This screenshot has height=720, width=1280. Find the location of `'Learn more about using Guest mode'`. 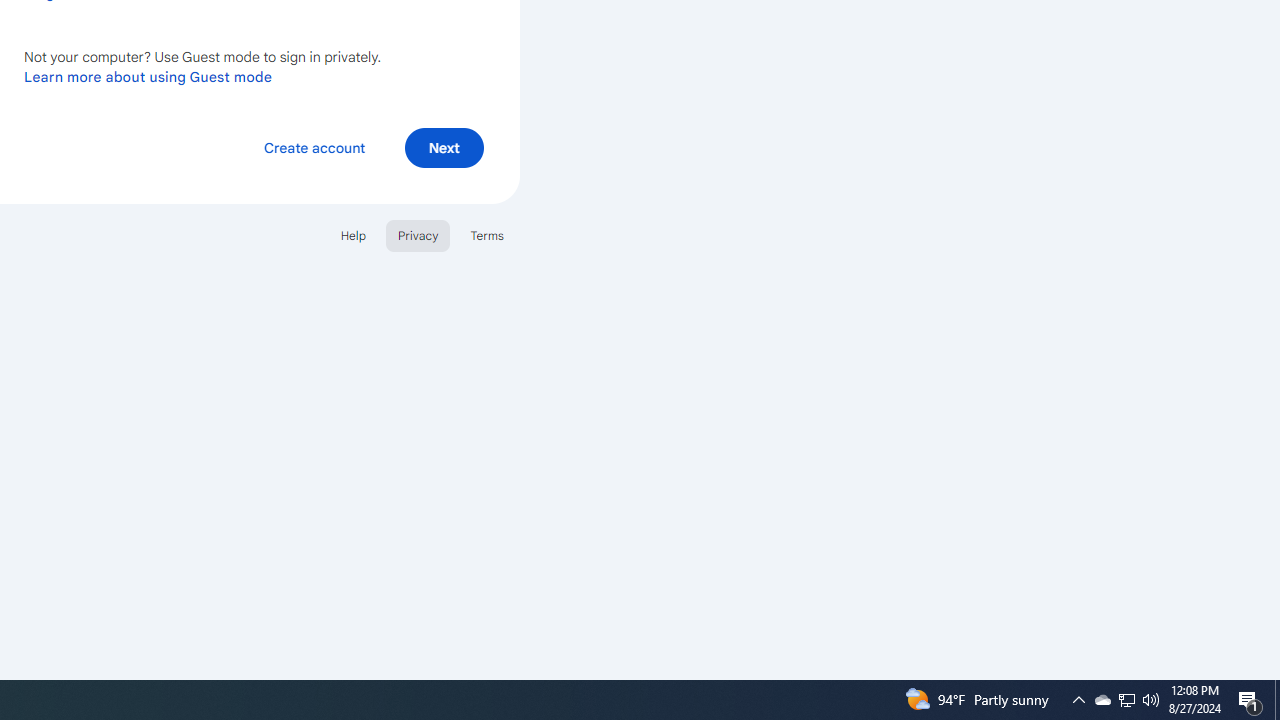

'Learn more about using Guest mode' is located at coordinates (147, 75).